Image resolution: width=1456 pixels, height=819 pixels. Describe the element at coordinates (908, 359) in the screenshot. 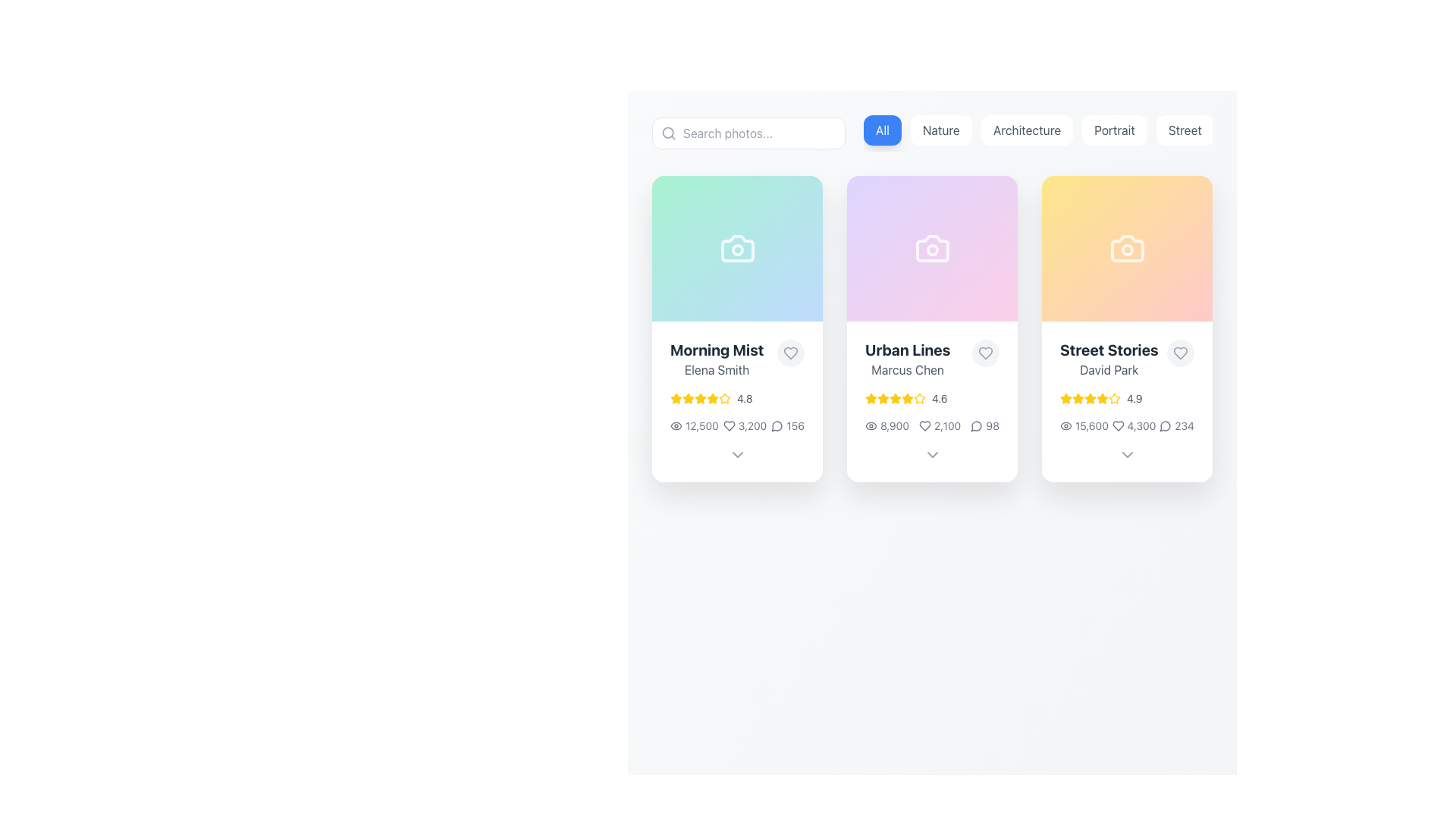

I see `text information displayed in the title and author attribution section of the middle card in a three-card layout, located below the main image placeholder` at that location.